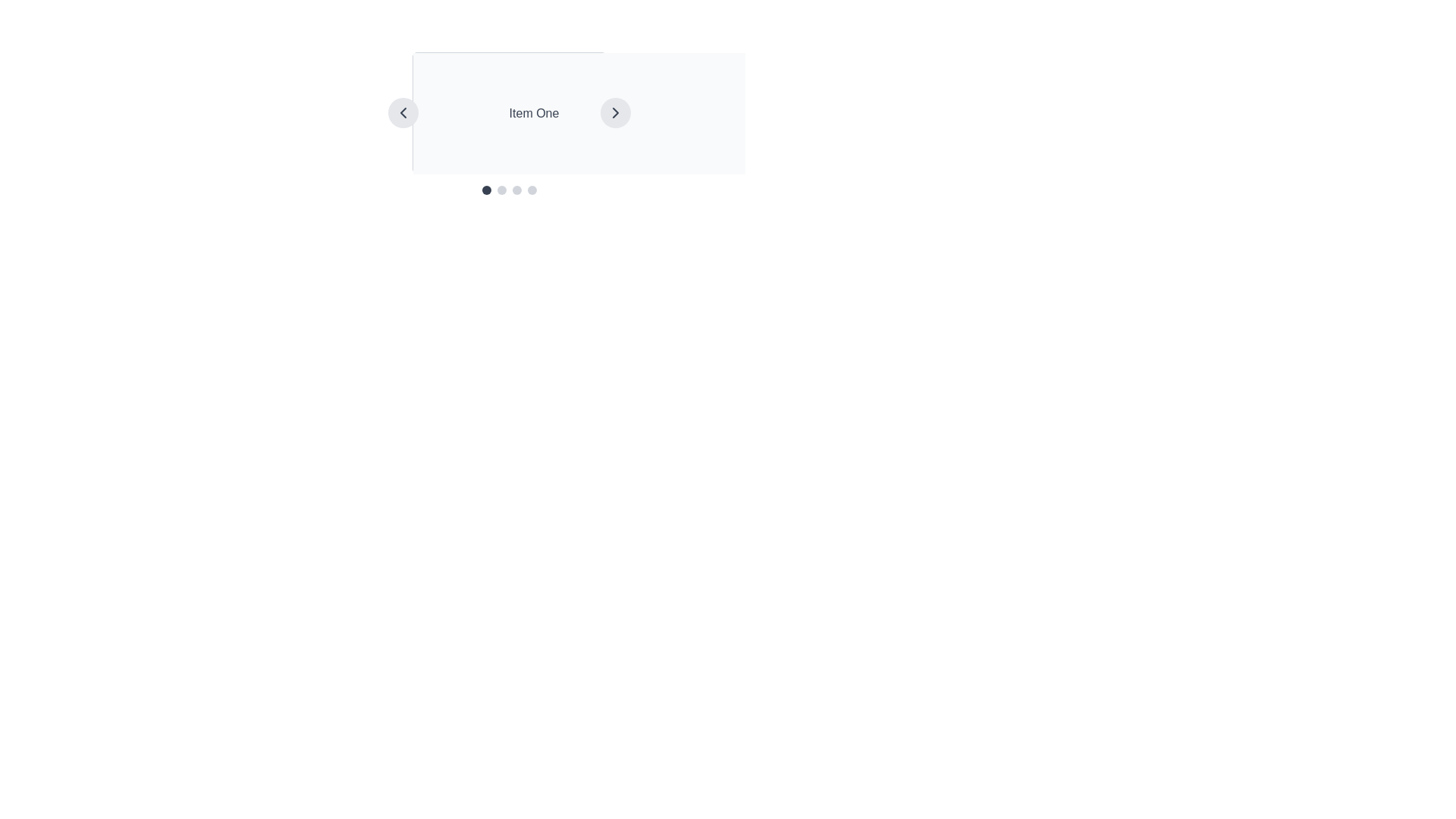 The width and height of the screenshot is (1456, 819). What do you see at coordinates (403, 112) in the screenshot?
I see `the left-pointing arrow icon within the navigation component adjacent to 'Item One'` at bounding box center [403, 112].